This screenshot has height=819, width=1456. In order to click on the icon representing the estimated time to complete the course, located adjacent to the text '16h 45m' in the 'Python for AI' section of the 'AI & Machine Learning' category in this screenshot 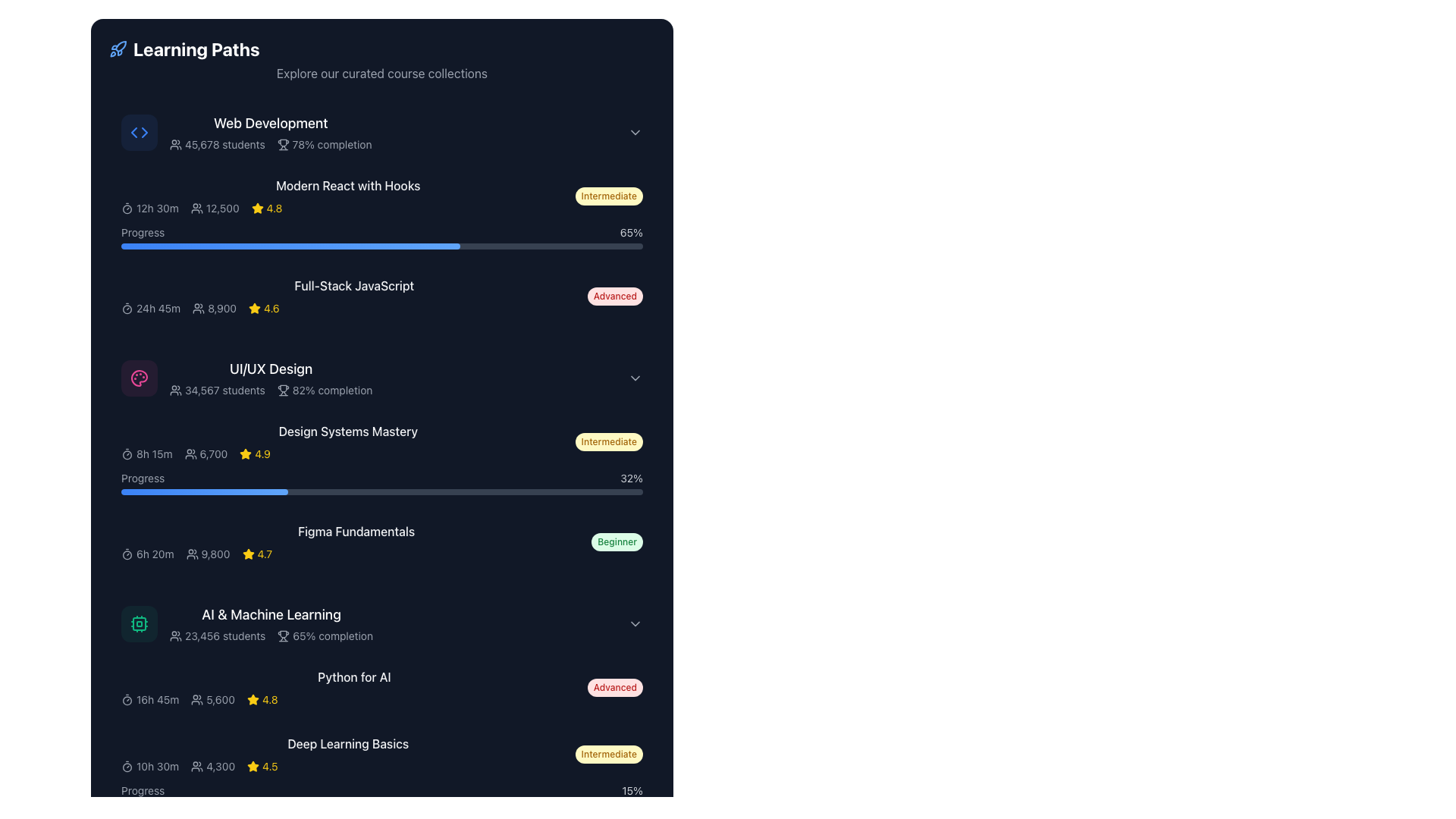, I will do `click(127, 699)`.